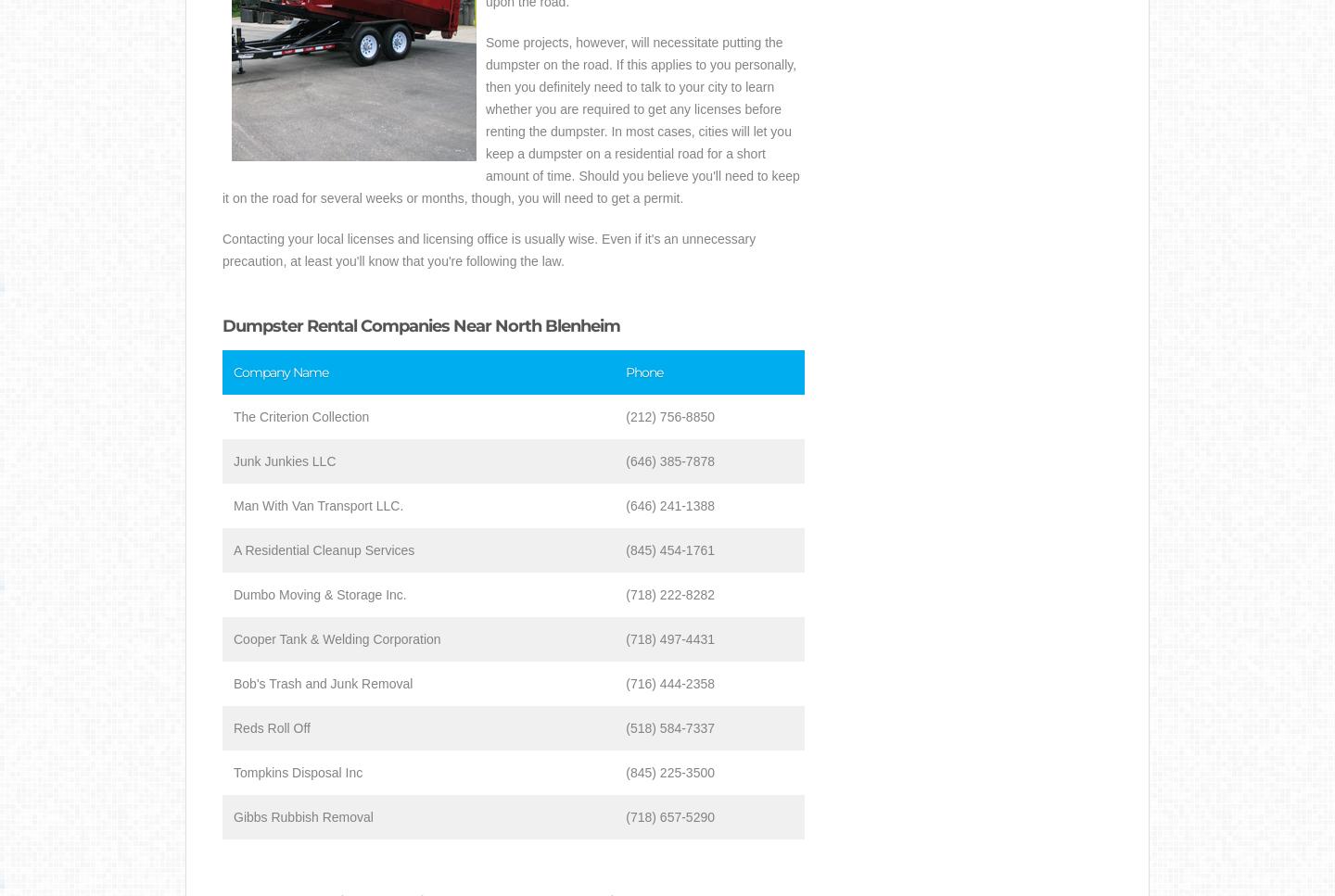  What do you see at coordinates (669, 816) in the screenshot?
I see `'(718) 657-5290'` at bounding box center [669, 816].